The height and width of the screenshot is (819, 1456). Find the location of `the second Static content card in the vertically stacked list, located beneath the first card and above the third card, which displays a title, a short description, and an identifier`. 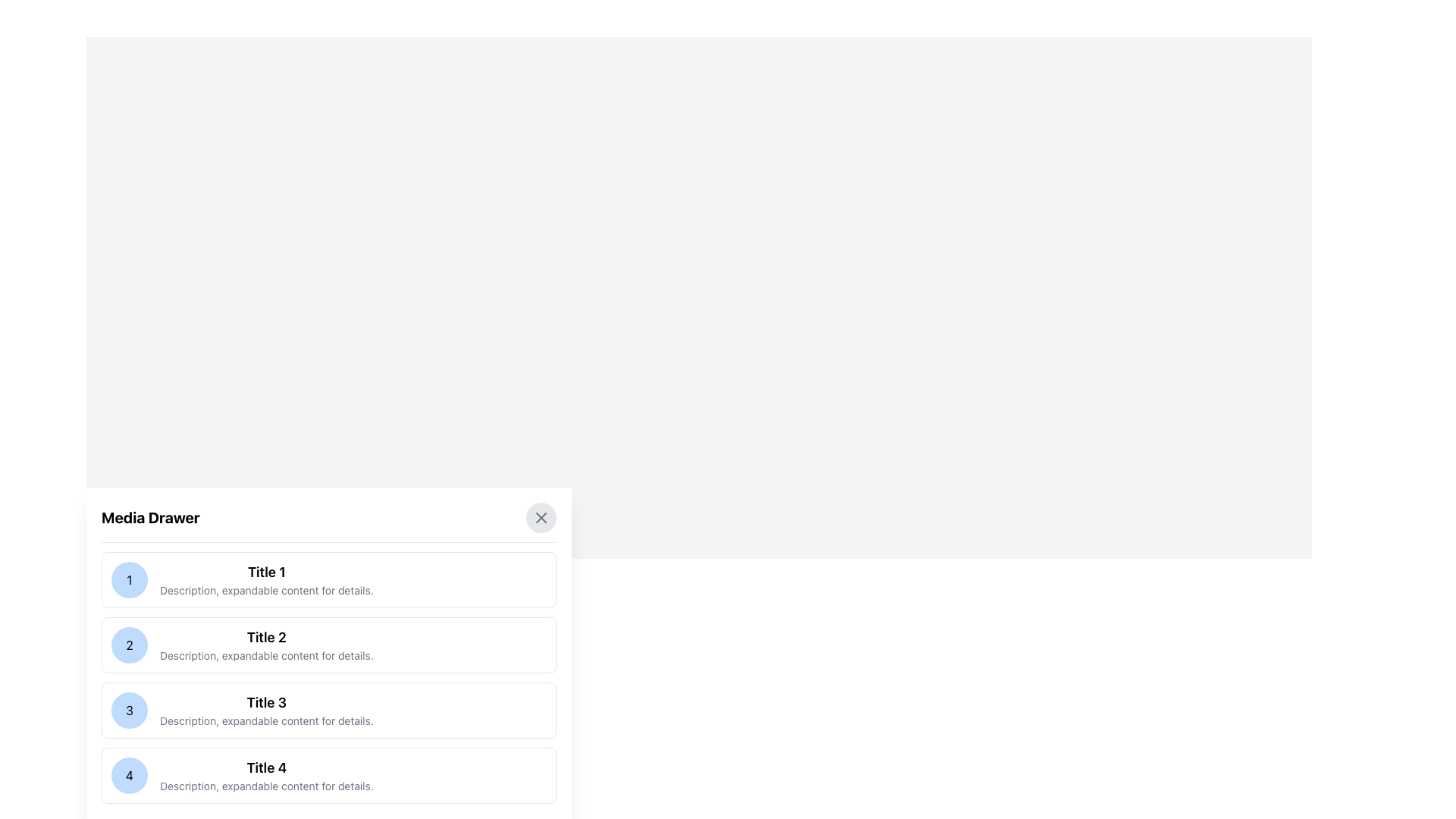

the second Static content card in the vertically stacked list, located beneath the first card and above the third card, which displays a title, a short description, and an identifier is located at coordinates (328, 645).